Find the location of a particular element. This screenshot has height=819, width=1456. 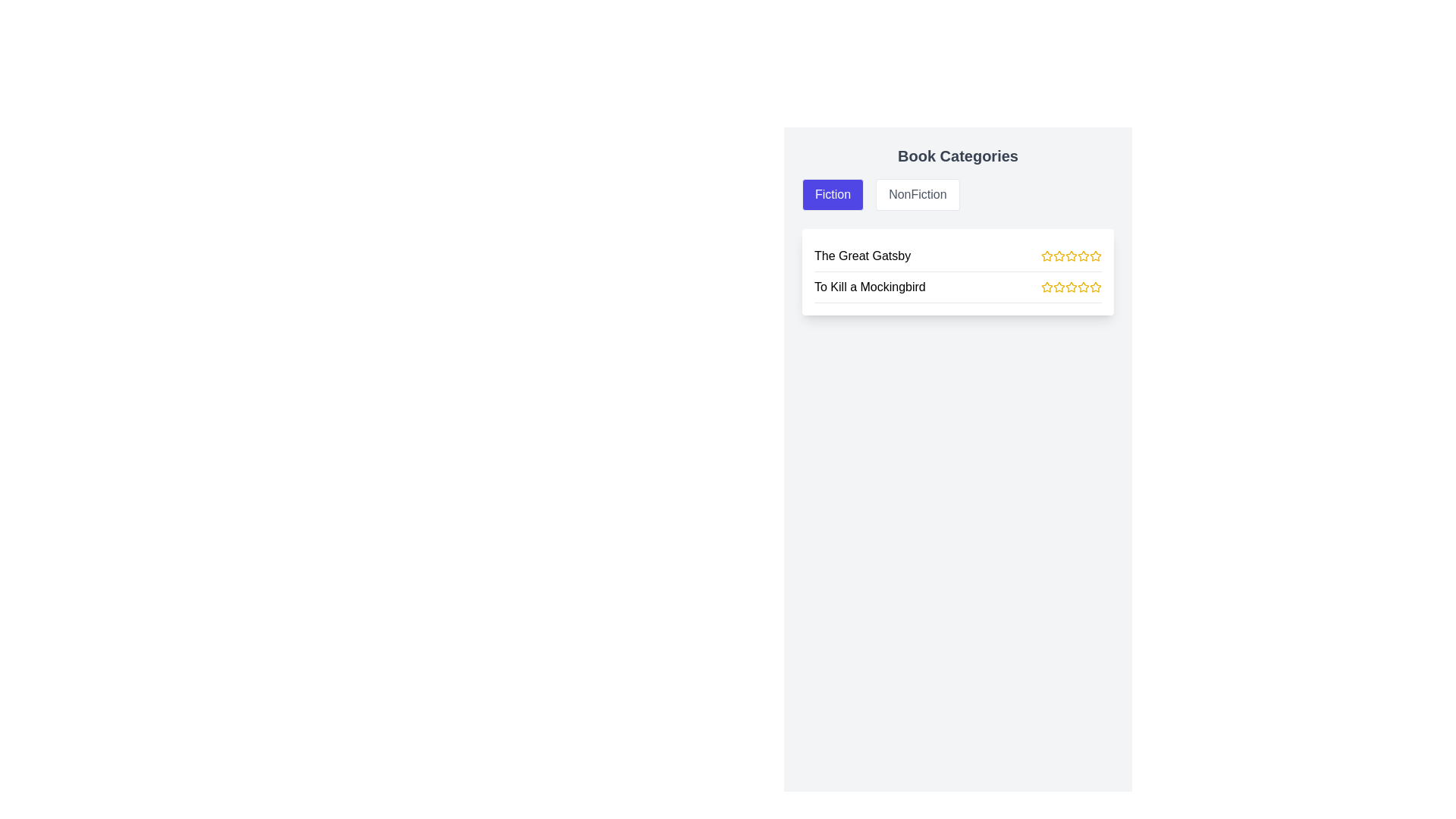

the NonFiction button on the Toggle selector for category selection of books, located below 'Book Categories' is located at coordinates (957, 194).